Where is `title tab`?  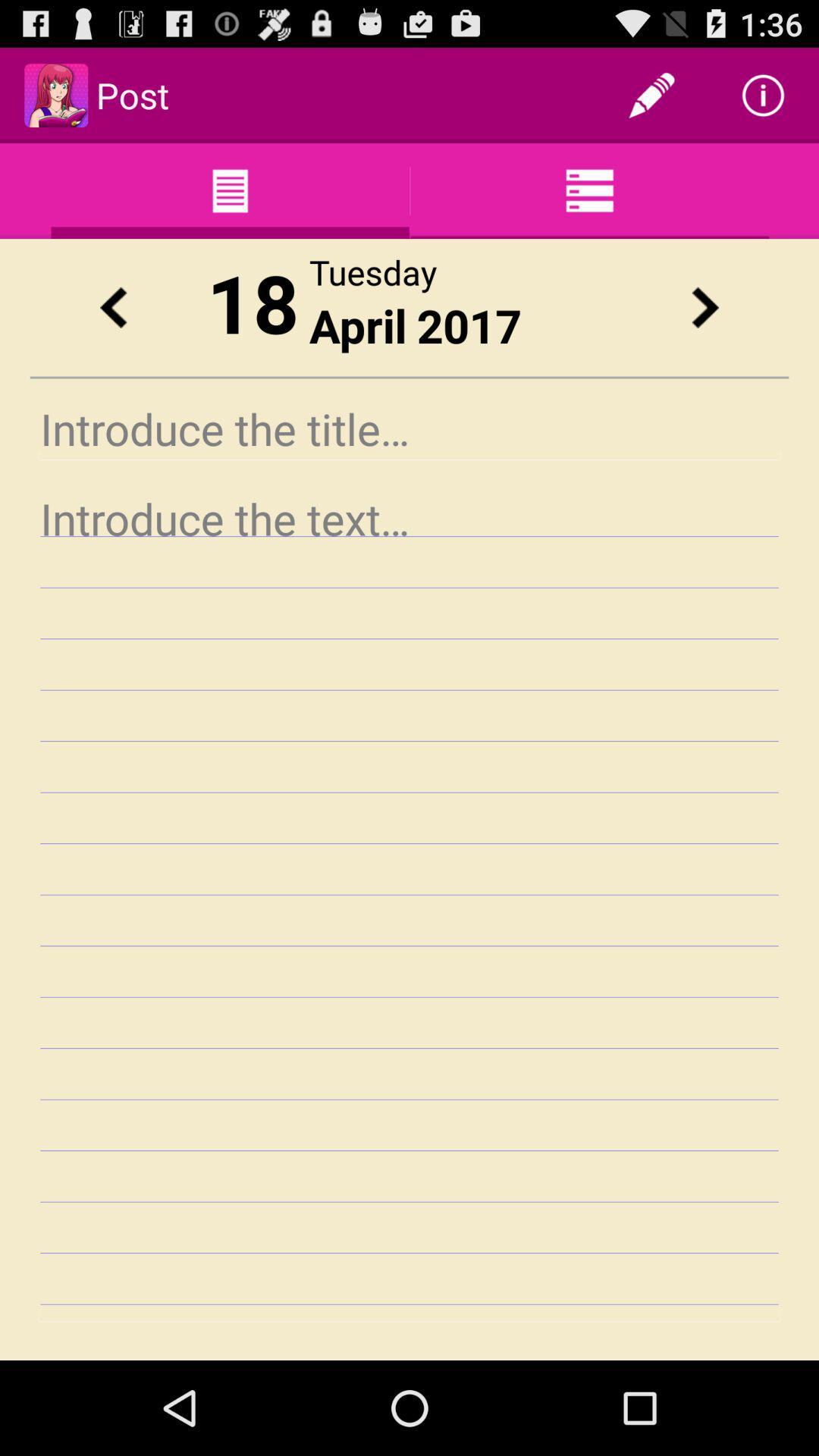
title tab is located at coordinates (409, 428).